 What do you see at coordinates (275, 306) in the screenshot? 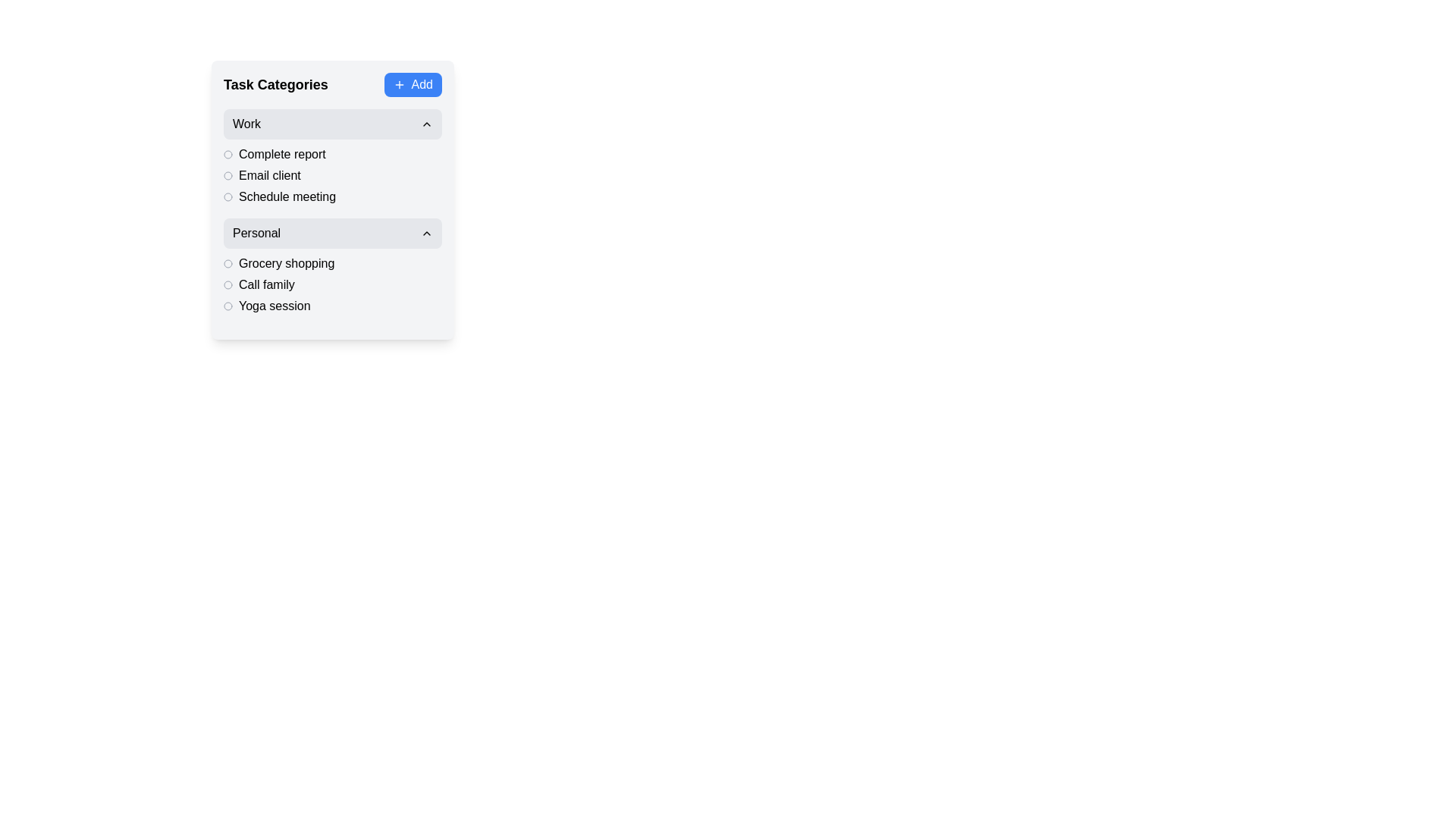
I see `the text label that identifies the task 'Yoga session' located at the bottom of the 'Personal' category sublist` at bounding box center [275, 306].